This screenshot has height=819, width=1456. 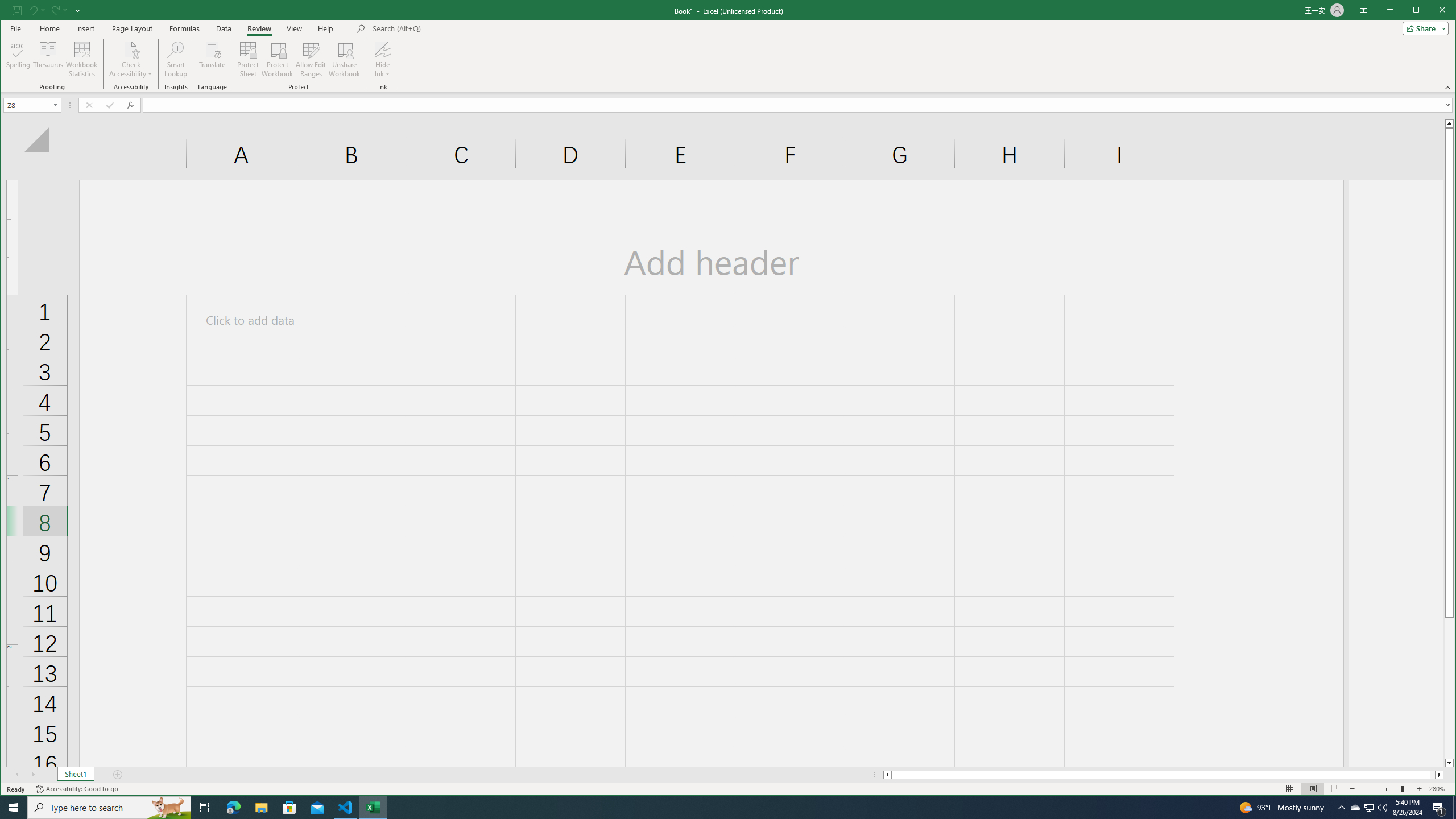 What do you see at coordinates (294, 28) in the screenshot?
I see `'View'` at bounding box center [294, 28].